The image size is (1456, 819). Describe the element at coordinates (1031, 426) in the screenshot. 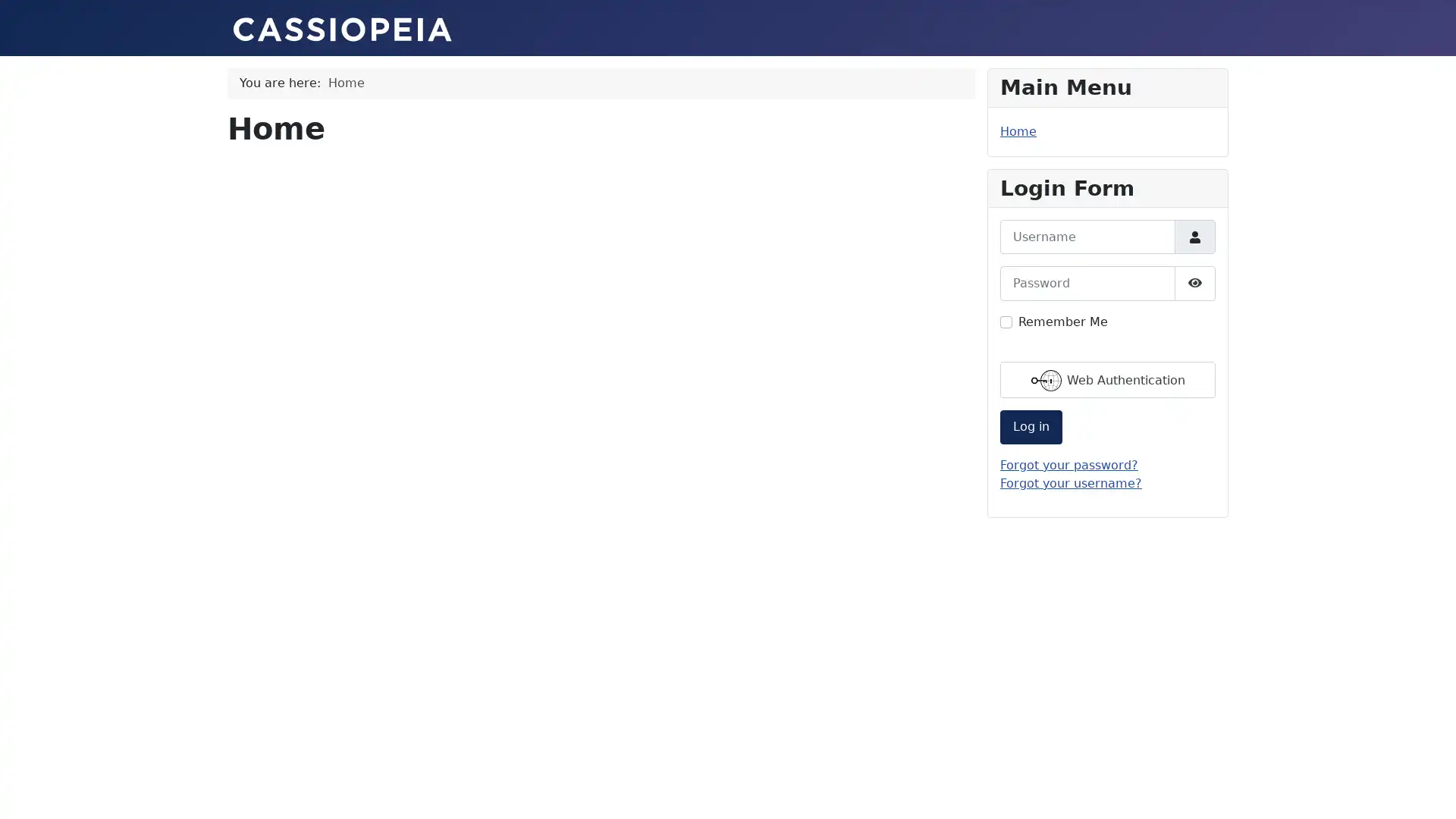

I see `Log in` at that location.